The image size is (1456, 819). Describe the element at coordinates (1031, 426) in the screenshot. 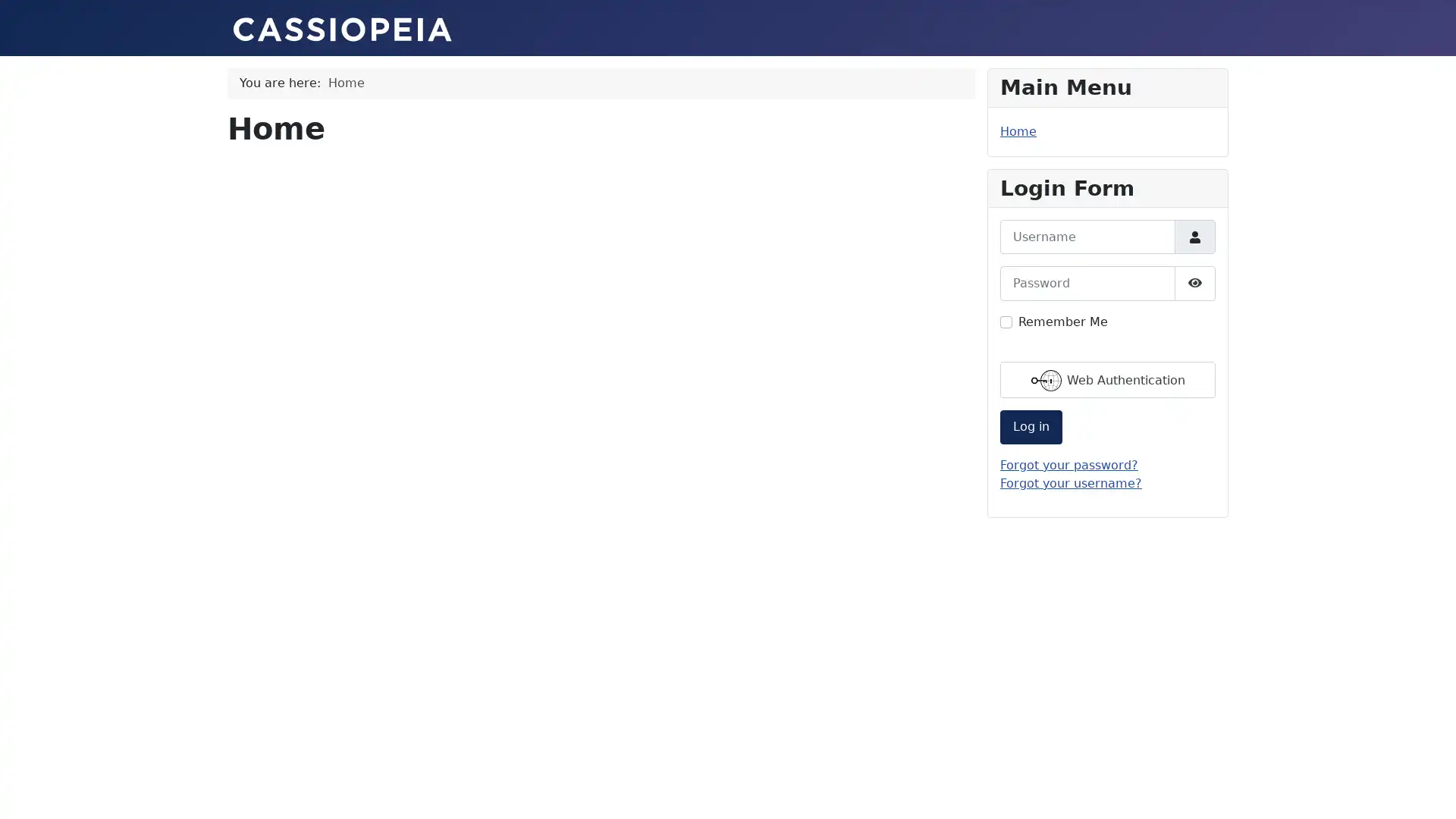

I see `Log in` at that location.